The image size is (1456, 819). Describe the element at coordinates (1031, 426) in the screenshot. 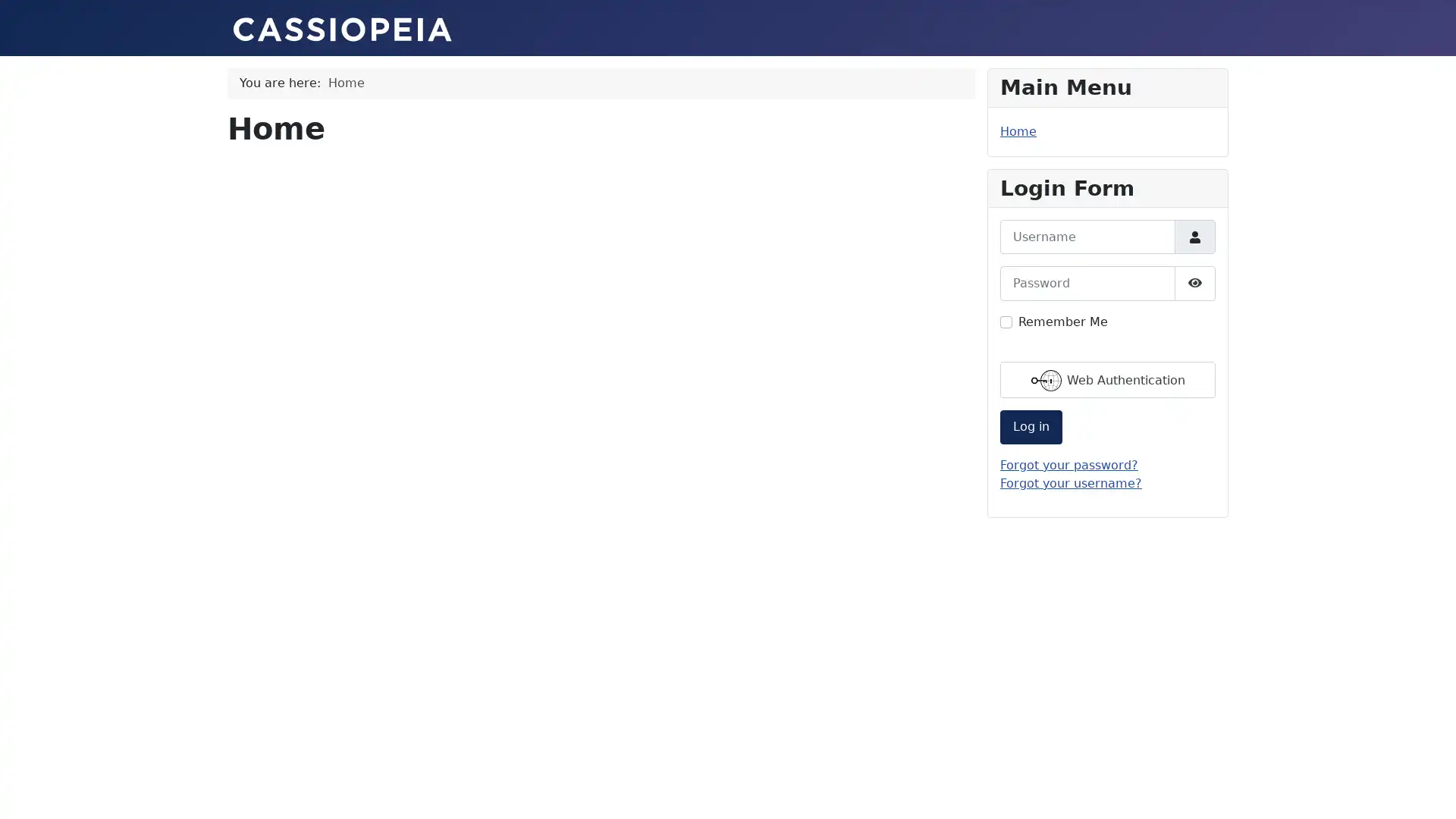

I see `Log in` at that location.